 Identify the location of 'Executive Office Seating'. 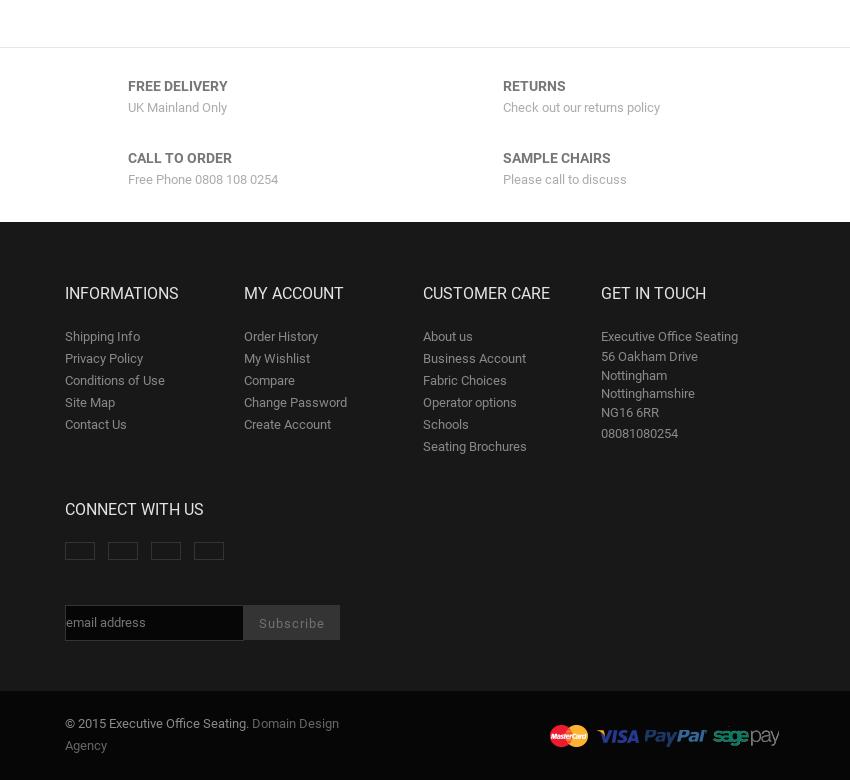
(669, 335).